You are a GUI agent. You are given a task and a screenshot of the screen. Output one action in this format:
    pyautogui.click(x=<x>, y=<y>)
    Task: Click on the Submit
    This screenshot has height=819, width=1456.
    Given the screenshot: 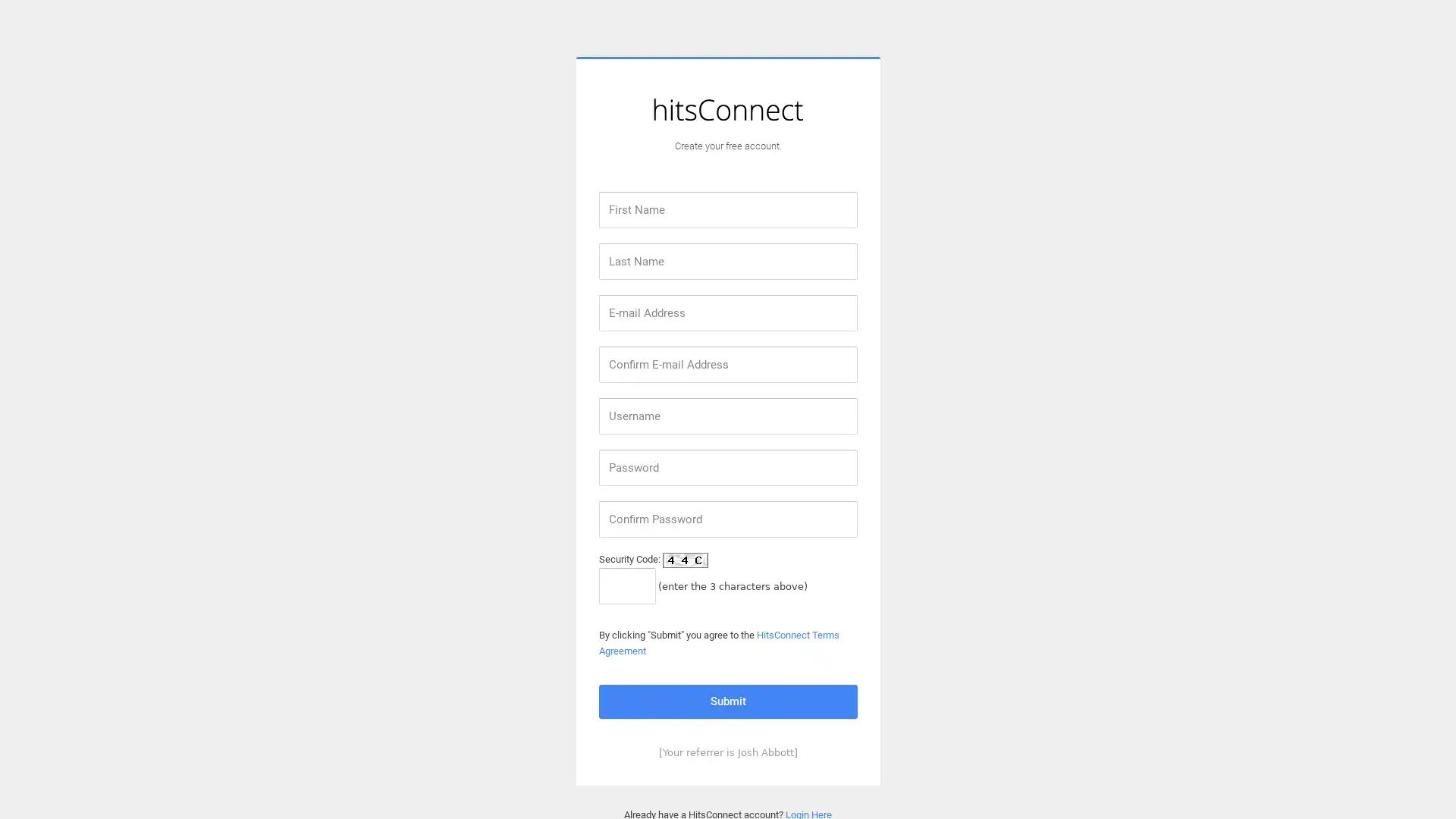 What is the action you would take?
    pyautogui.click(x=726, y=701)
    